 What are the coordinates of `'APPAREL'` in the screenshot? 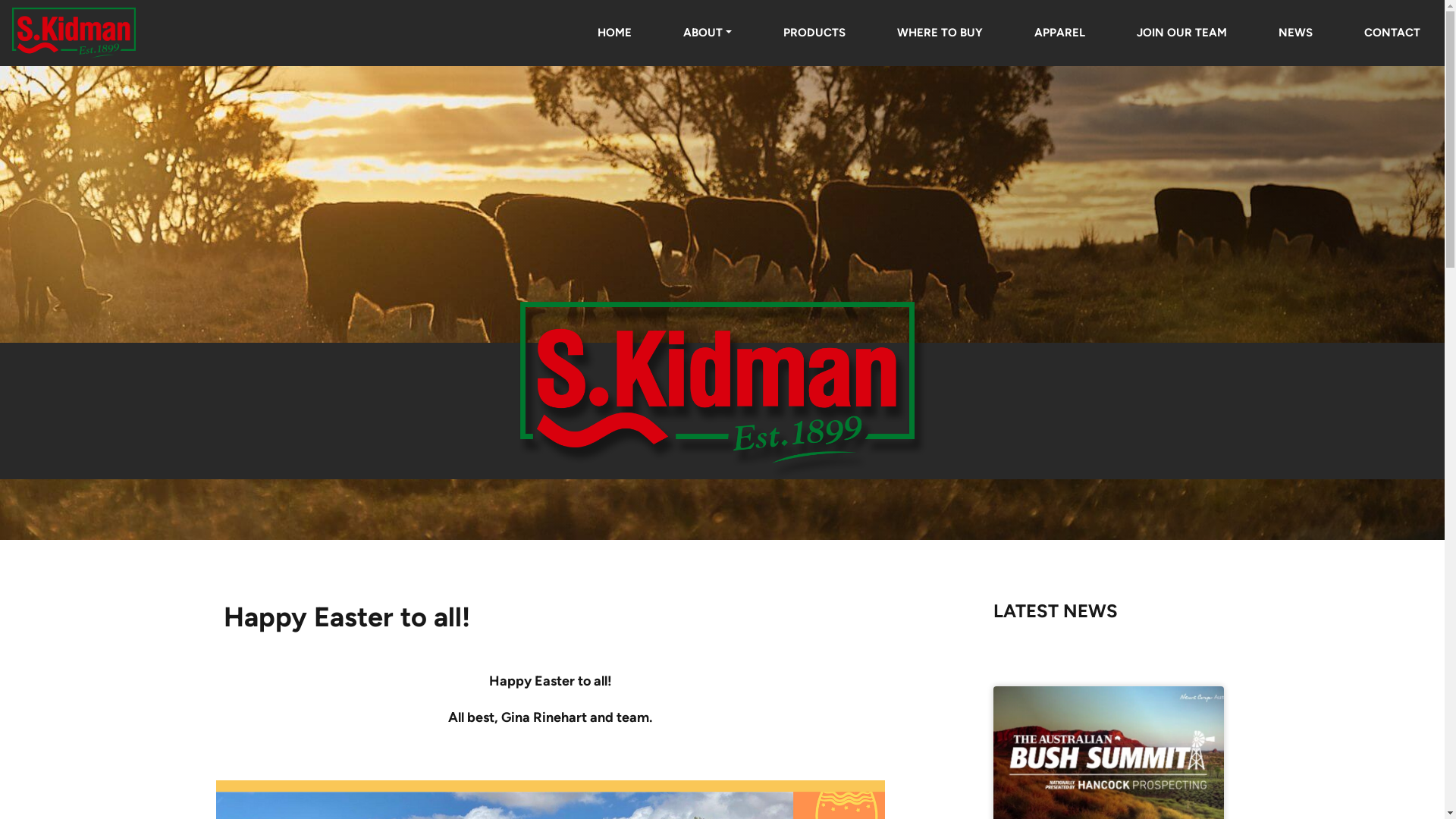 It's located at (1059, 32).